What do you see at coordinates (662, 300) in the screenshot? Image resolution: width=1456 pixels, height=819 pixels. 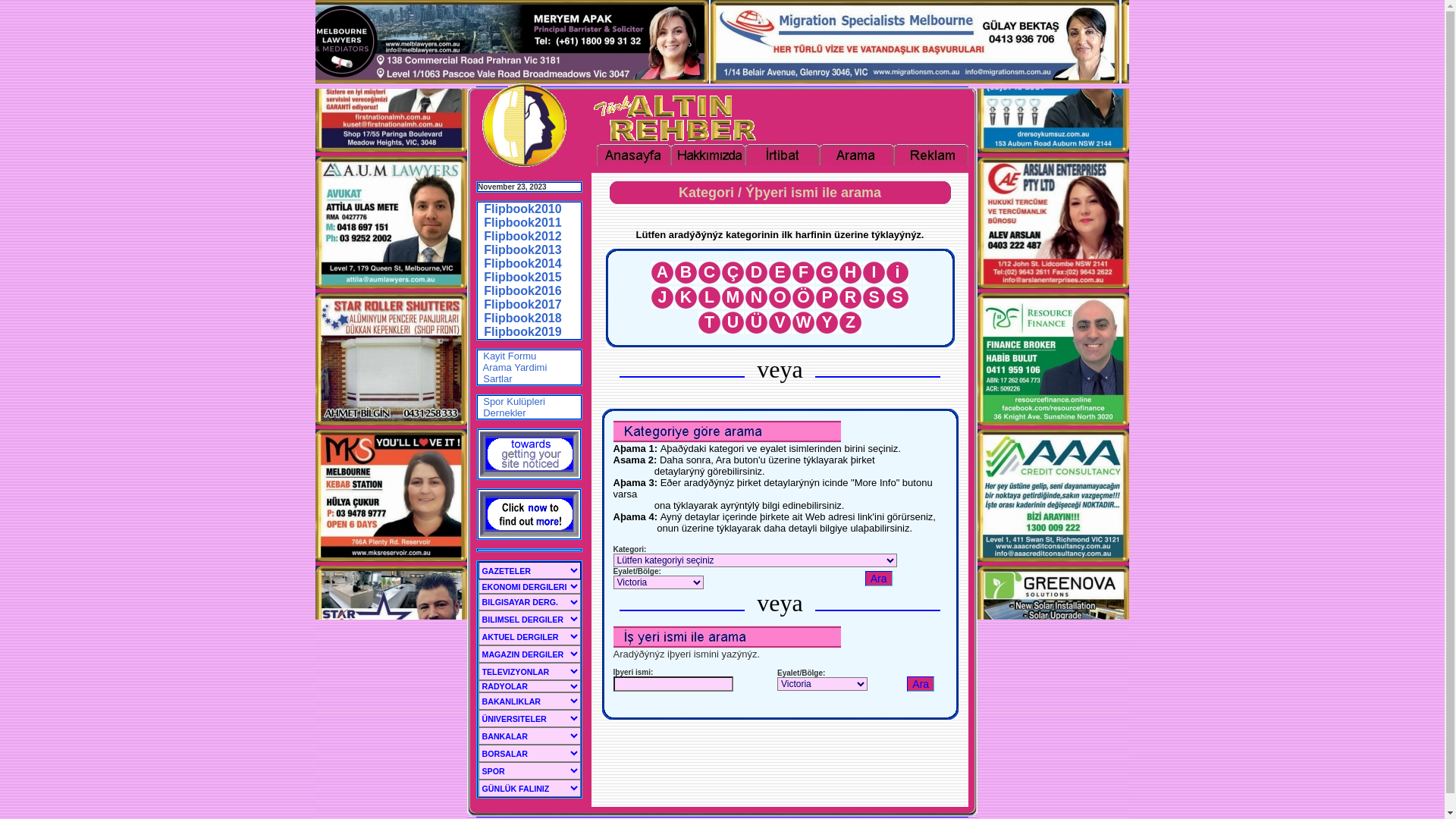 I see `'J'` at bounding box center [662, 300].